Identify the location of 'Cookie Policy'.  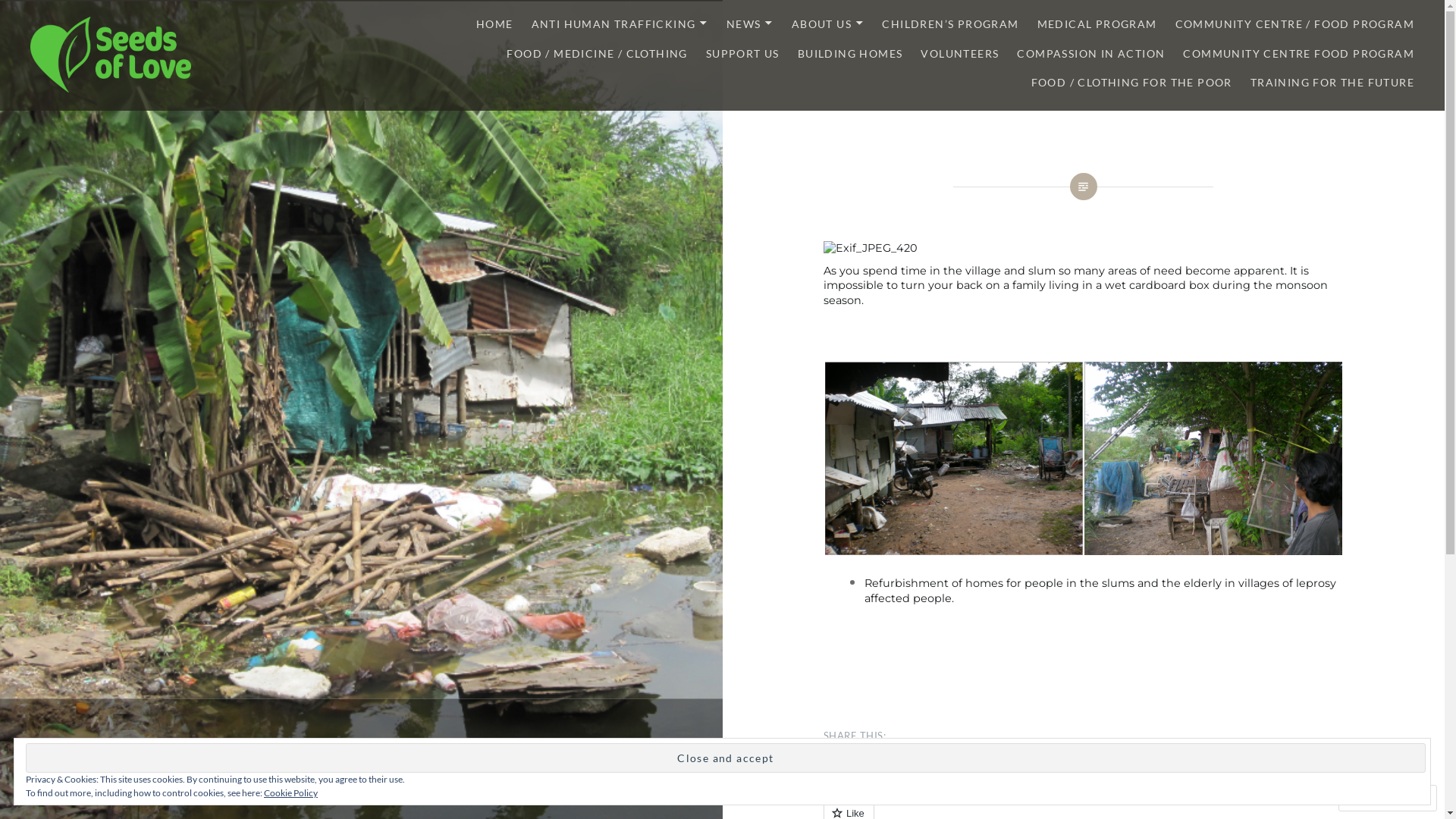
(290, 792).